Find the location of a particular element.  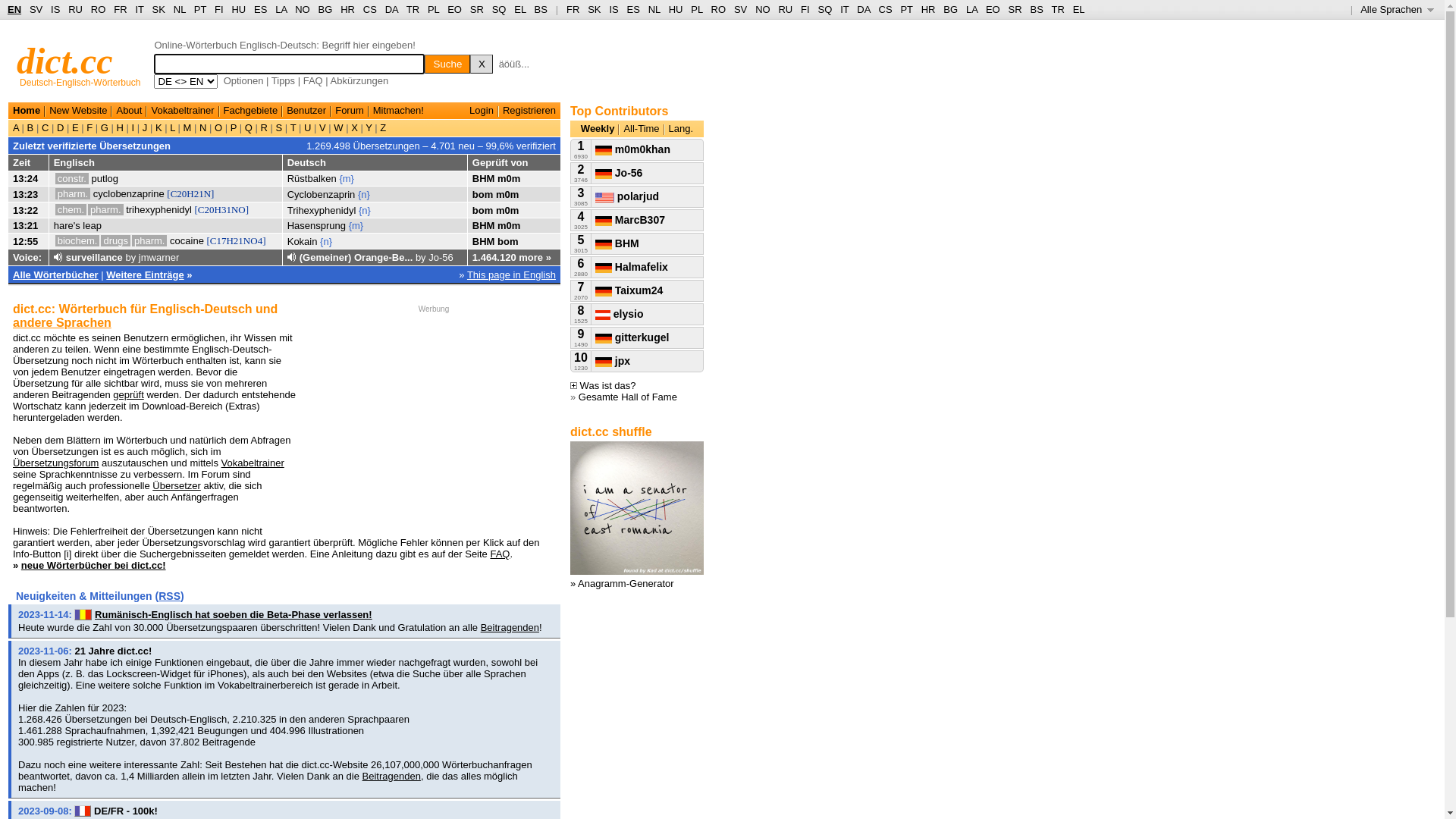

'SV' is located at coordinates (36, 9).